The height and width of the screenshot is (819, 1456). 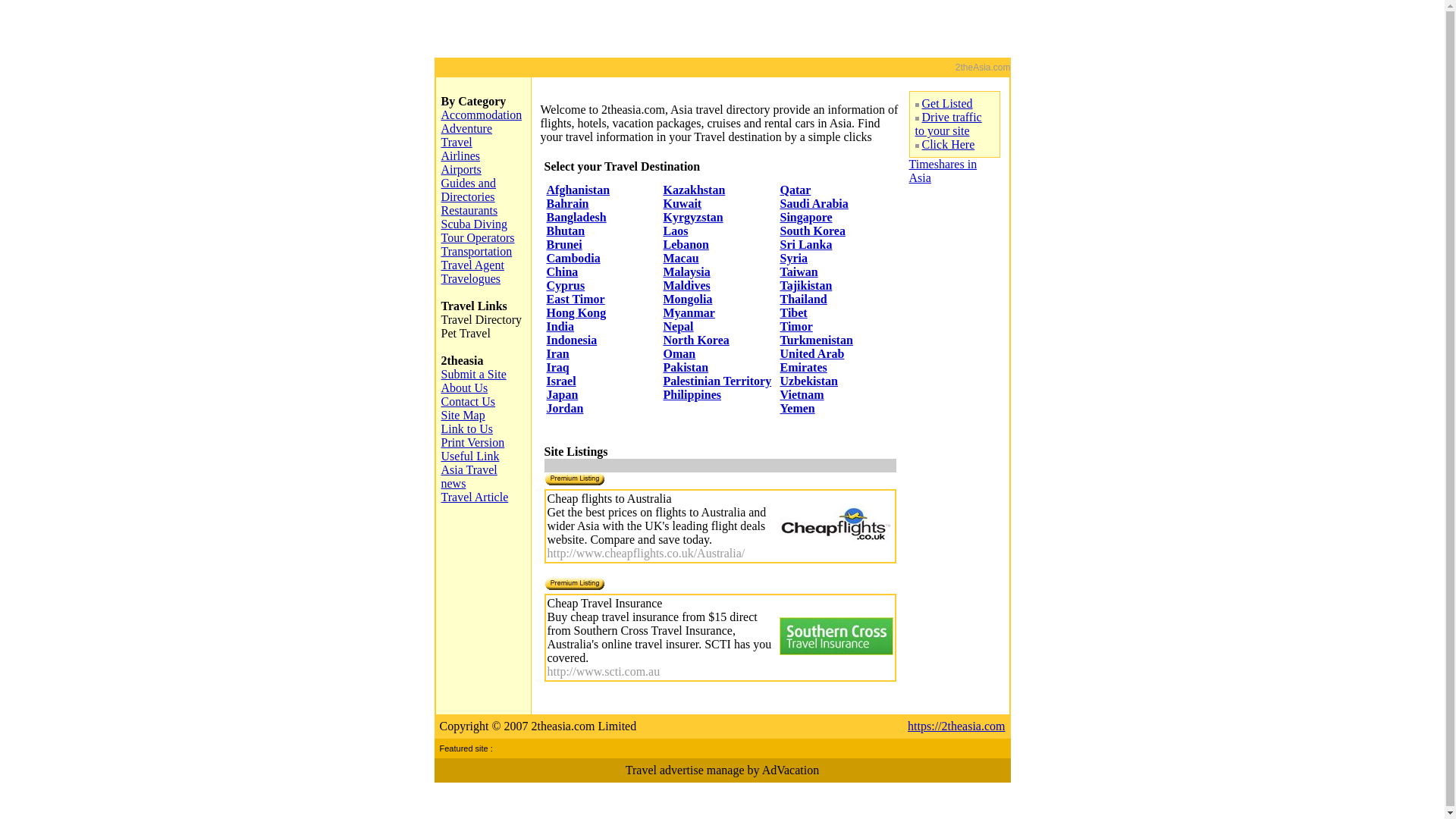 I want to click on 'East Timor', so click(x=574, y=299).